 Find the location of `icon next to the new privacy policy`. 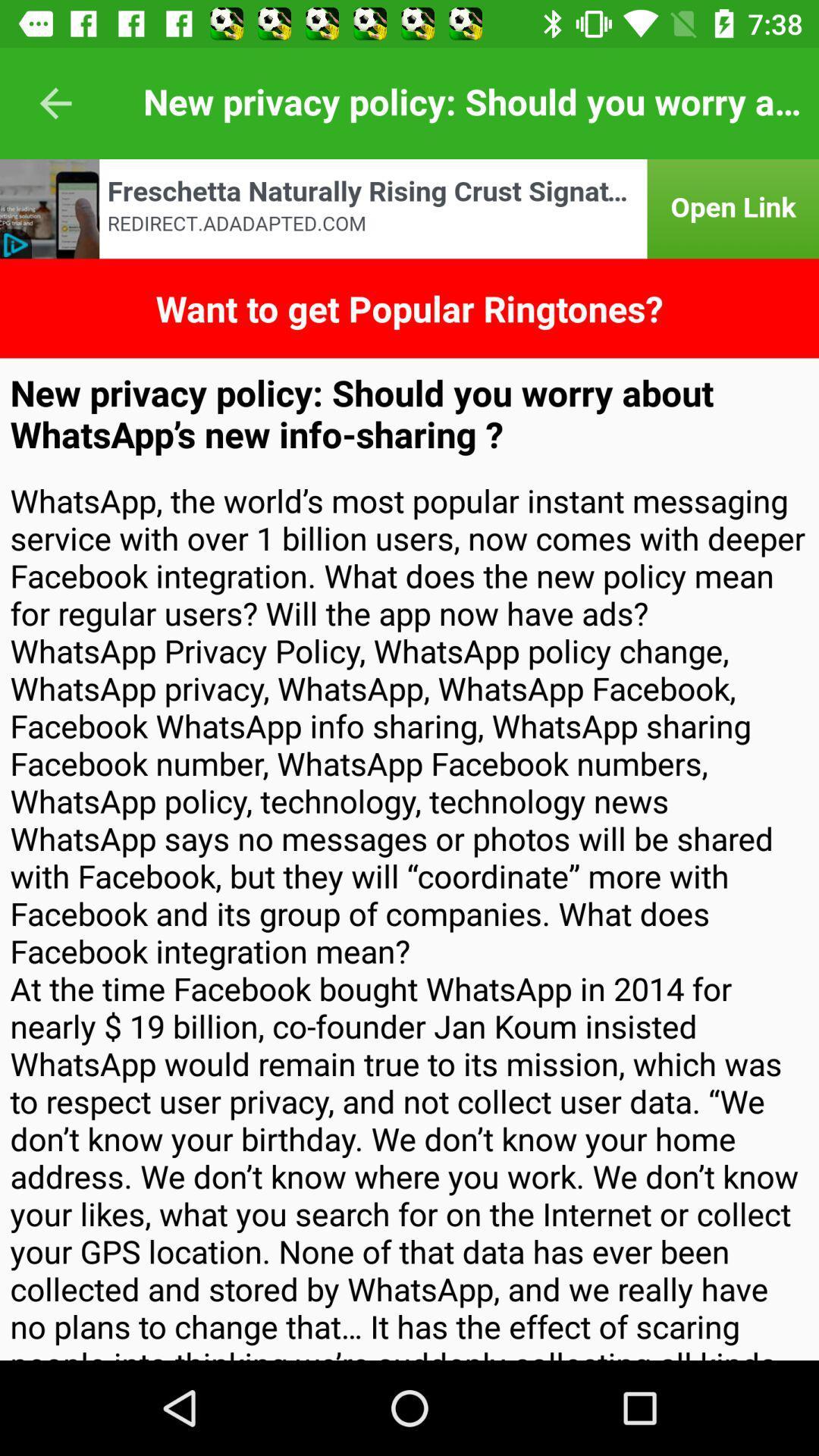

icon next to the new privacy policy is located at coordinates (55, 102).